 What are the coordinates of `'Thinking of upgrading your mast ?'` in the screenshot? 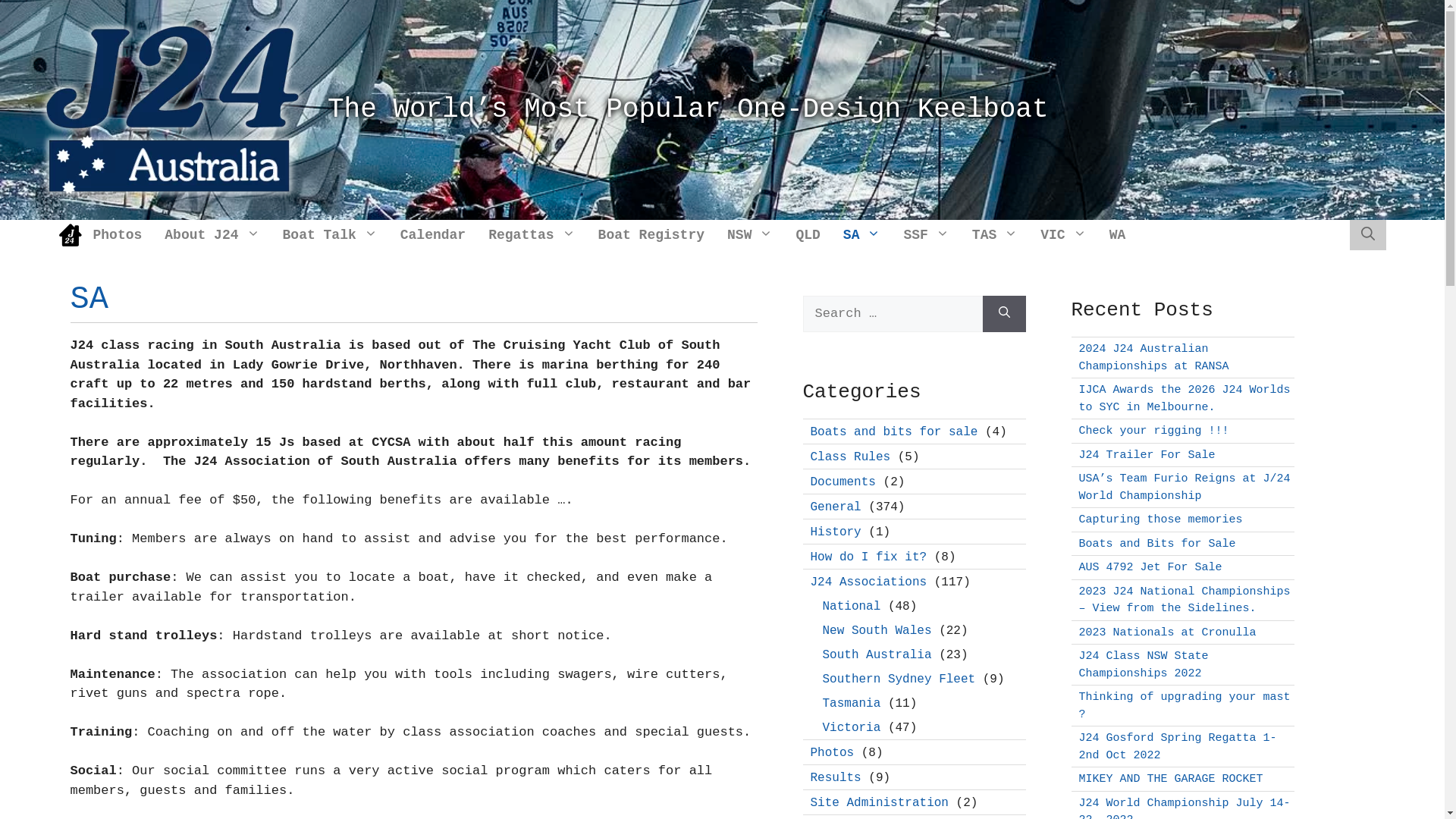 It's located at (1183, 705).